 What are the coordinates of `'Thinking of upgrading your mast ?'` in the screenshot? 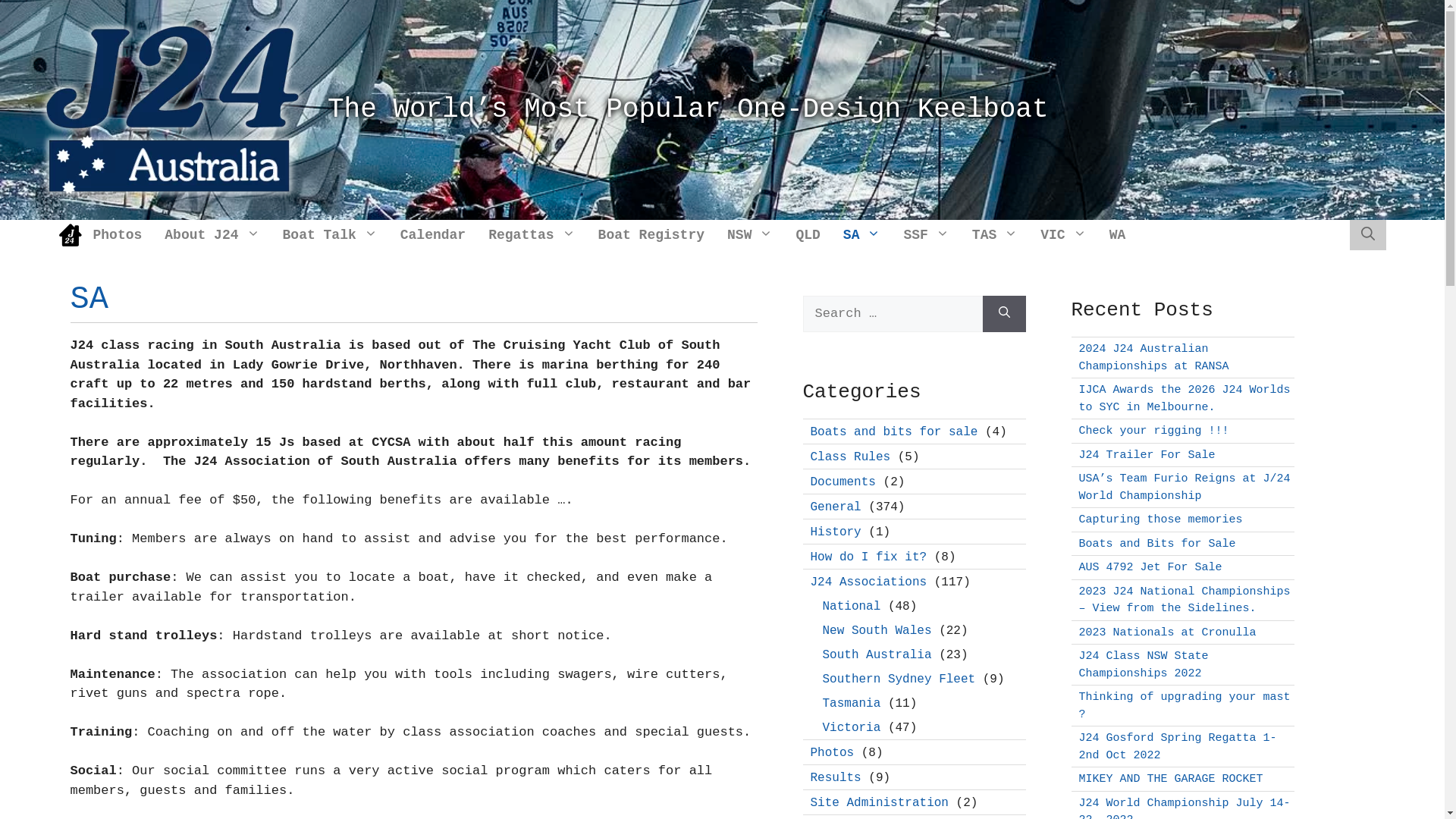 It's located at (1183, 705).